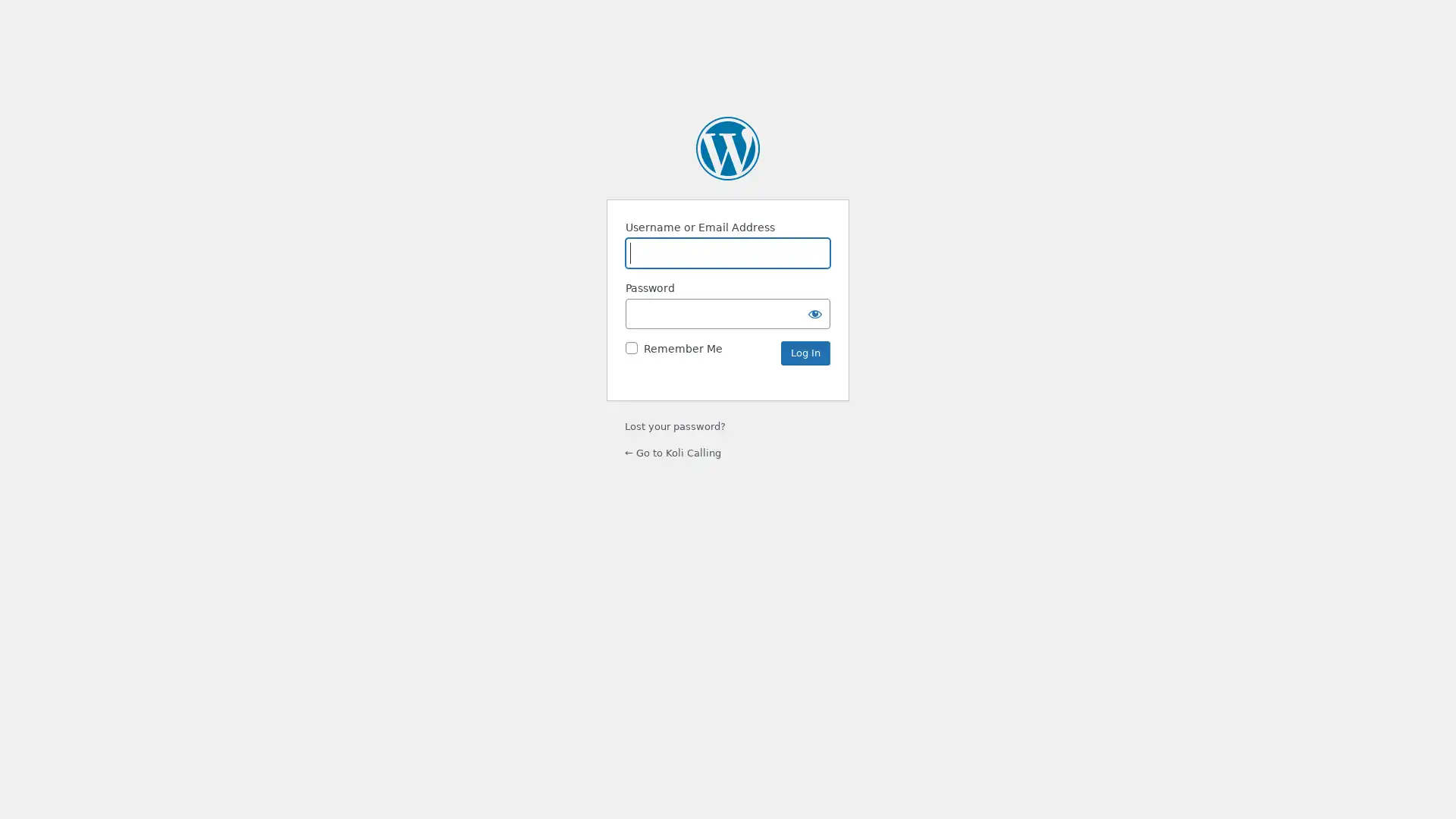 The image size is (1456, 819). What do you see at coordinates (805, 353) in the screenshot?
I see `Log In` at bounding box center [805, 353].